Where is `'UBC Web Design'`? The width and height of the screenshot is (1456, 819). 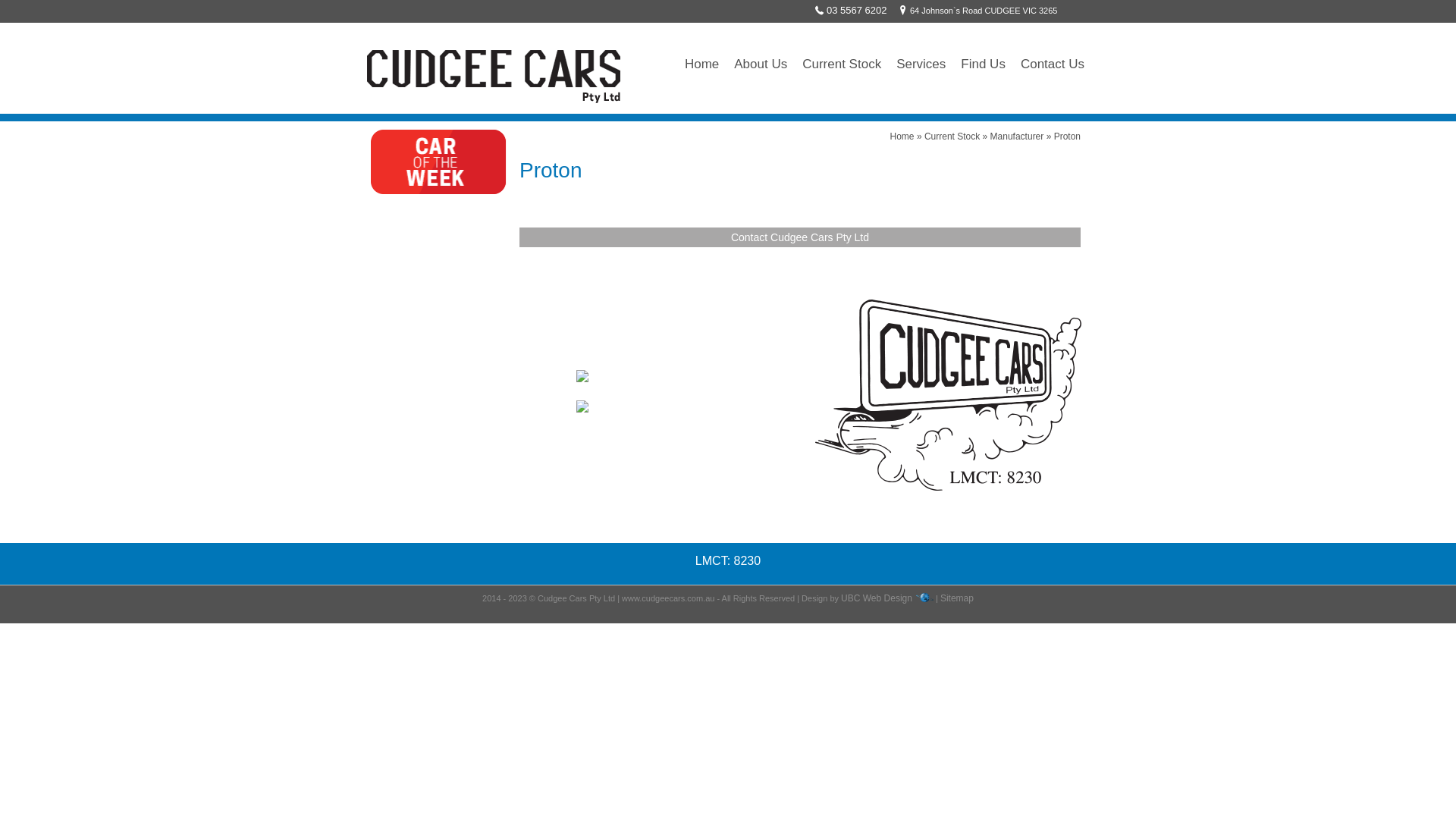
'UBC Web Design' is located at coordinates (877, 598).